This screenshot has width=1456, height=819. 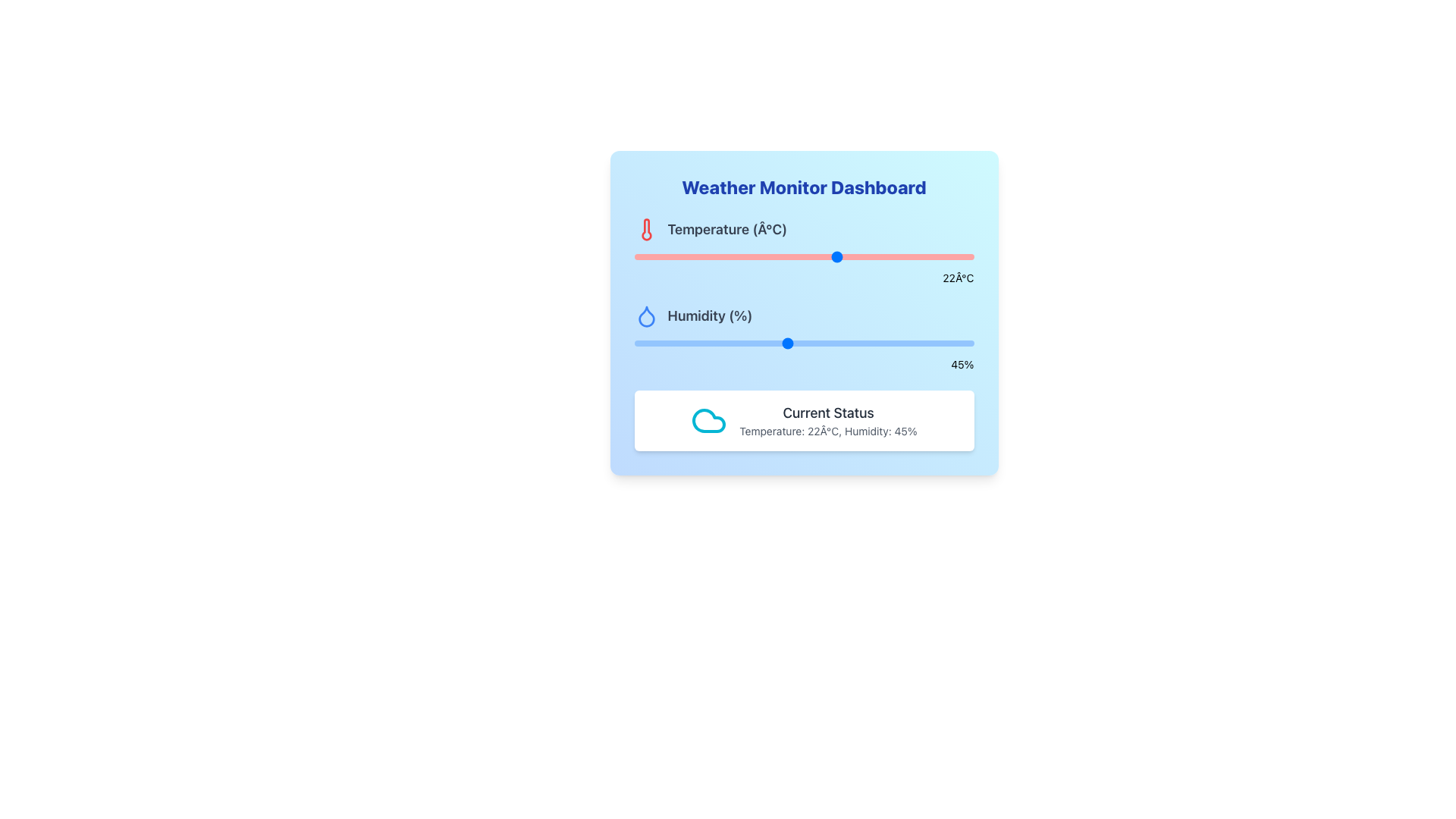 What do you see at coordinates (646, 230) in the screenshot?
I see `the temperature icon located to the left of the 'Temperature (°C)' label within the 'Weather Monitor Dashboard'` at bounding box center [646, 230].